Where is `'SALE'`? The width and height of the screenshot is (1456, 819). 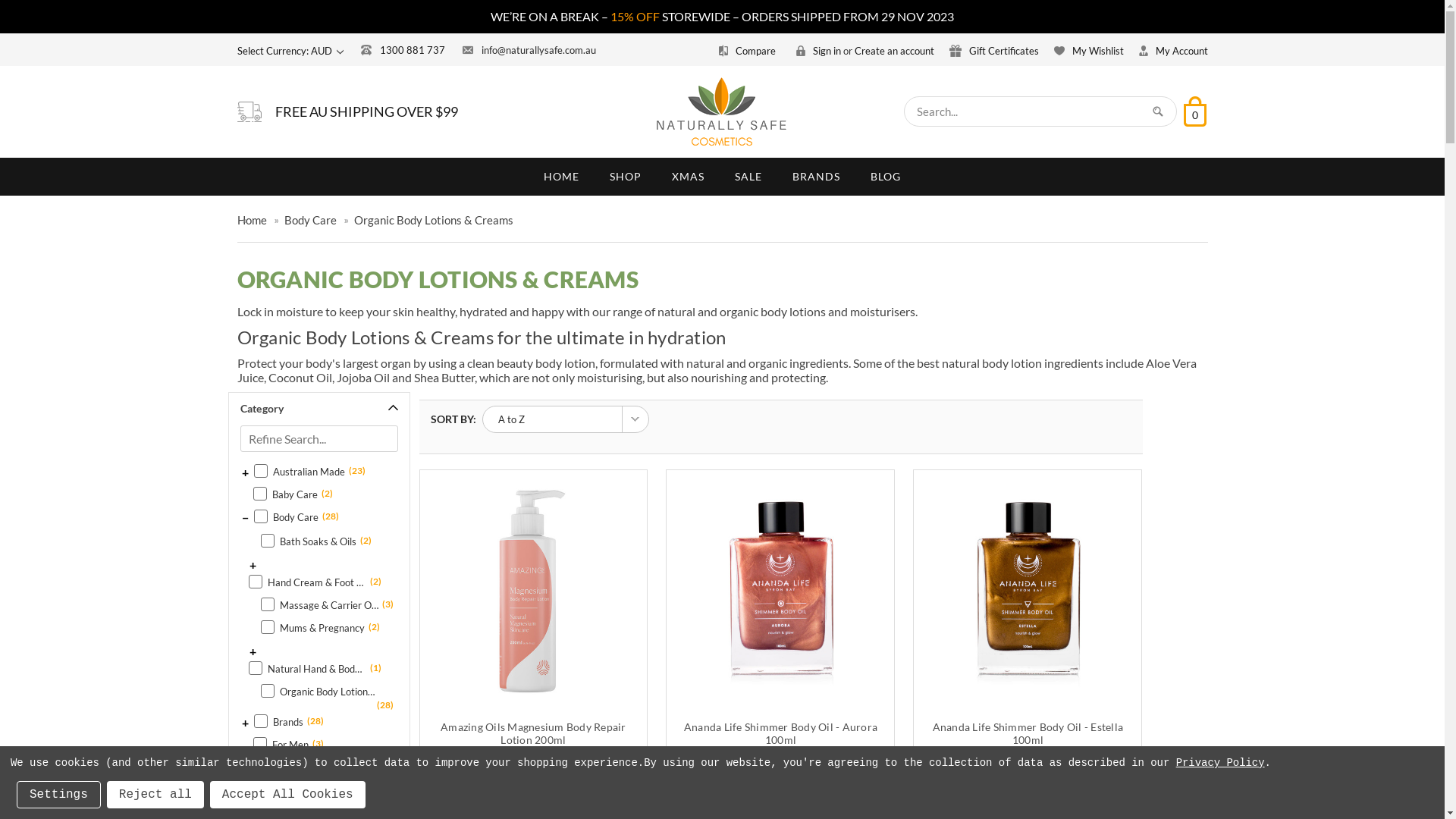 'SALE' is located at coordinates (748, 175).